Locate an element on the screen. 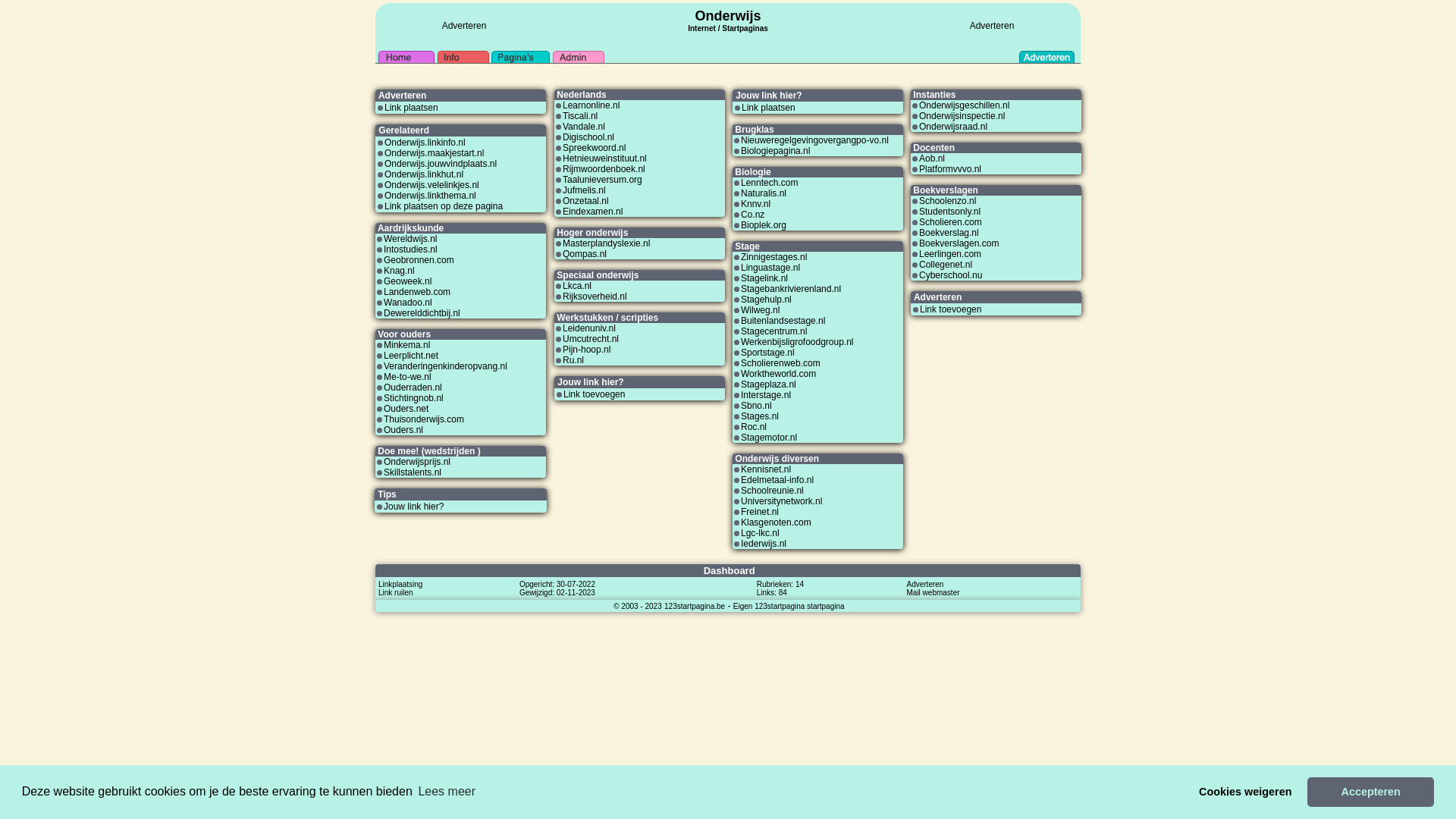 This screenshot has width=1456, height=819. 'Naturalis.nl' is located at coordinates (741, 192).